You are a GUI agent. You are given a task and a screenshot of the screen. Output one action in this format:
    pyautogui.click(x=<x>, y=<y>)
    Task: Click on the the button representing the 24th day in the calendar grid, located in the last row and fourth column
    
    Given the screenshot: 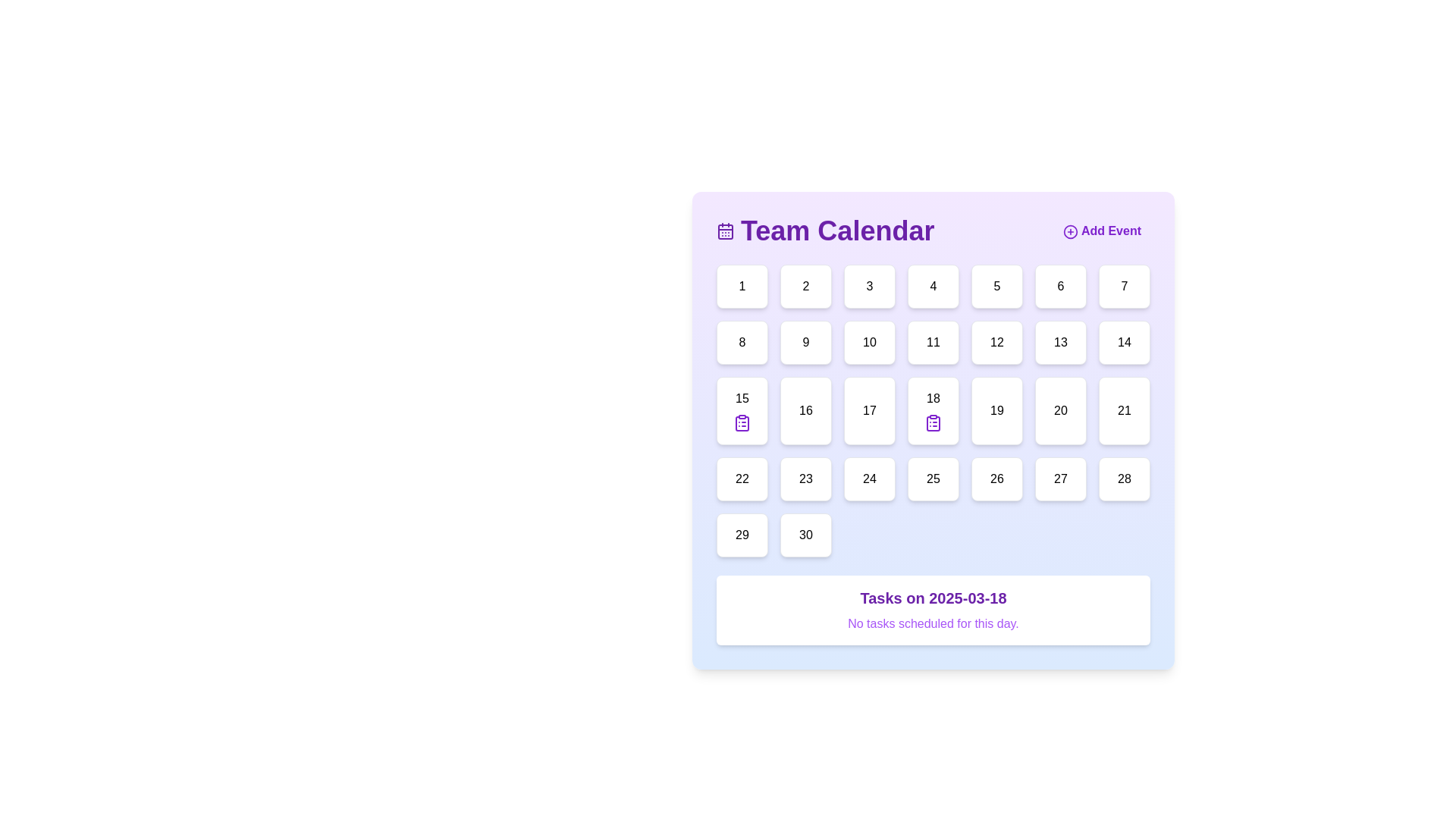 What is the action you would take?
    pyautogui.click(x=870, y=479)
    